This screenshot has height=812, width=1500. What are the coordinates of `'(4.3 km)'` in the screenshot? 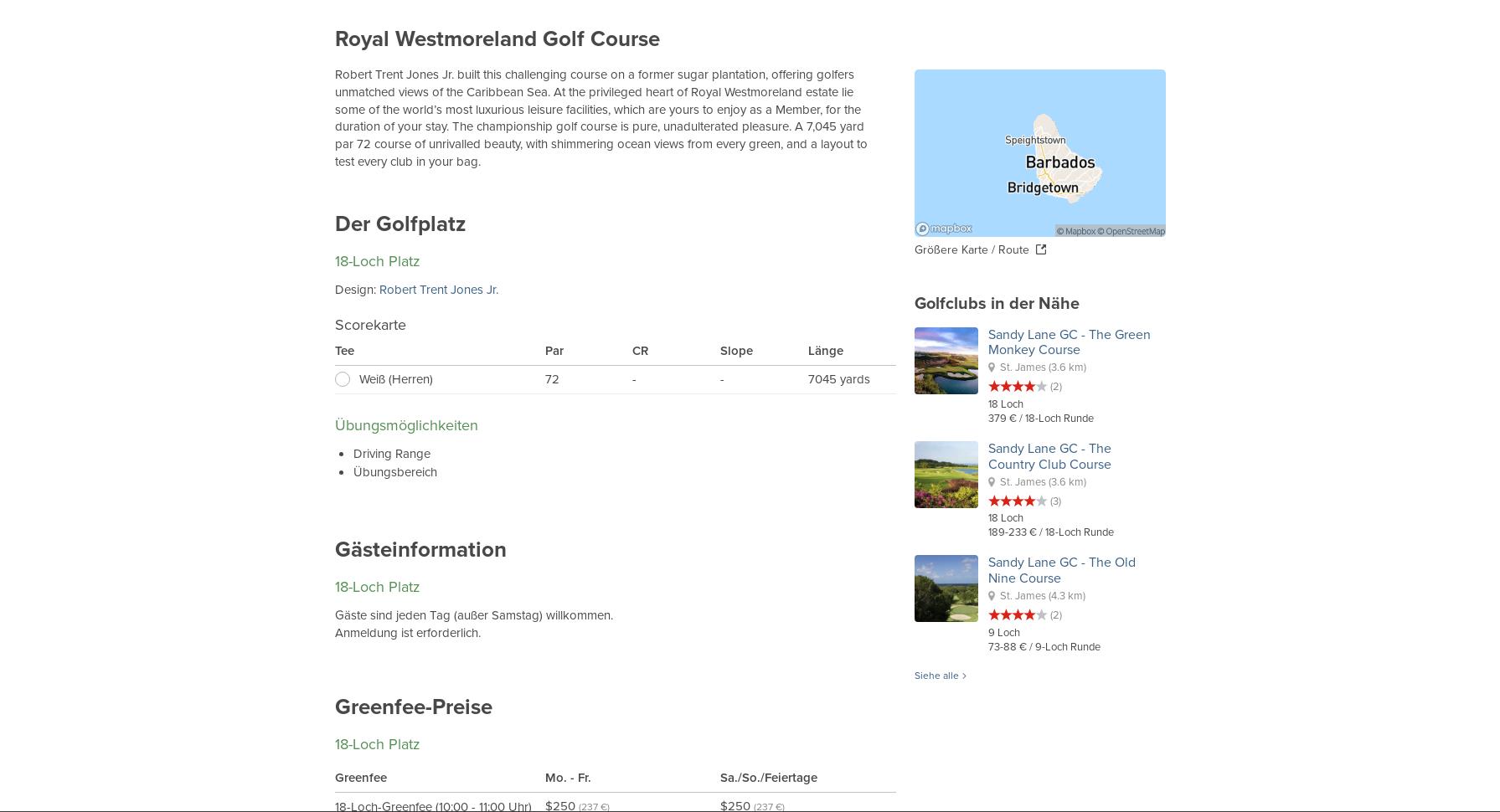 It's located at (1065, 595).